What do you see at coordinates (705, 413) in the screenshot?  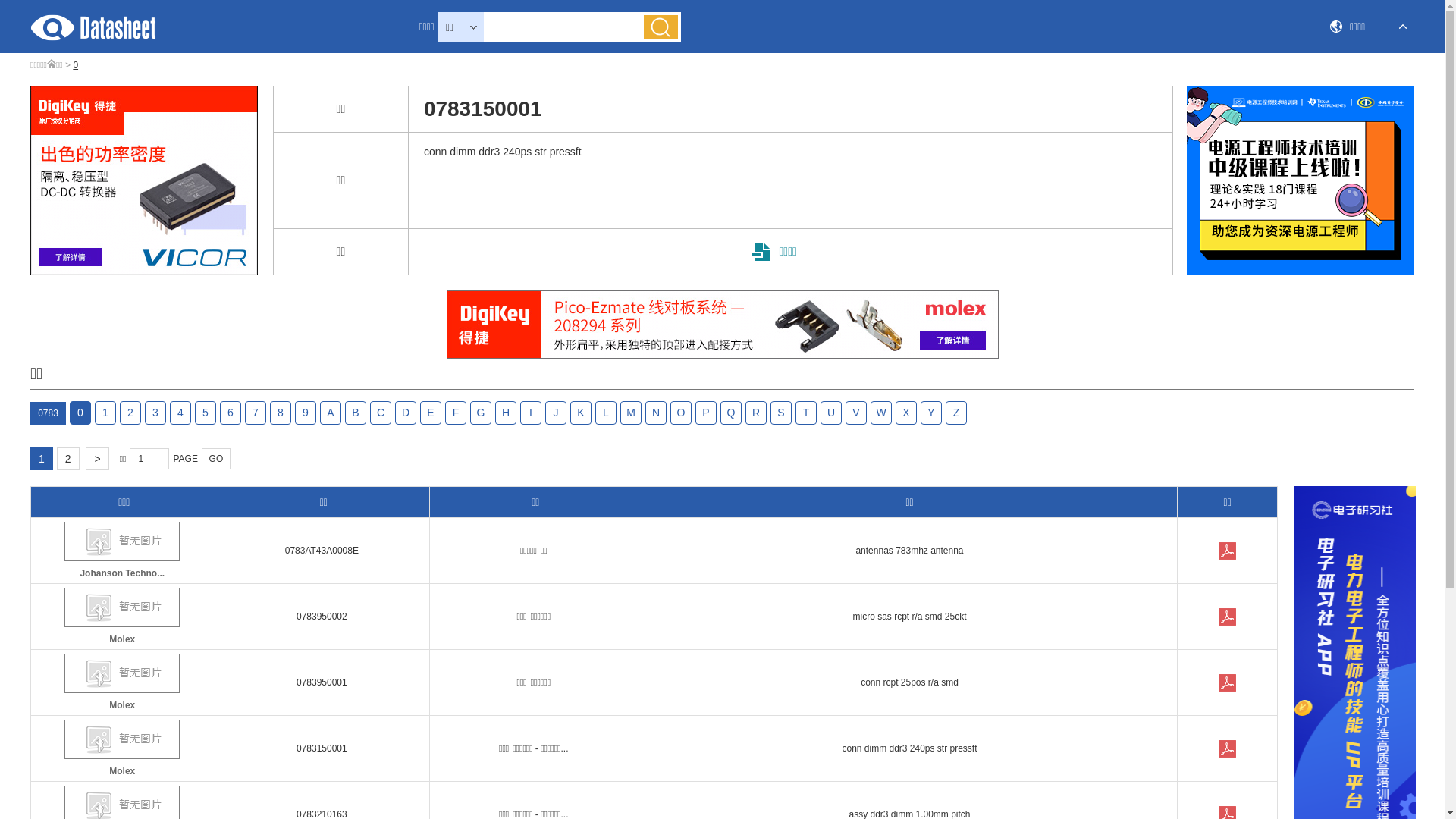 I see `'P'` at bounding box center [705, 413].